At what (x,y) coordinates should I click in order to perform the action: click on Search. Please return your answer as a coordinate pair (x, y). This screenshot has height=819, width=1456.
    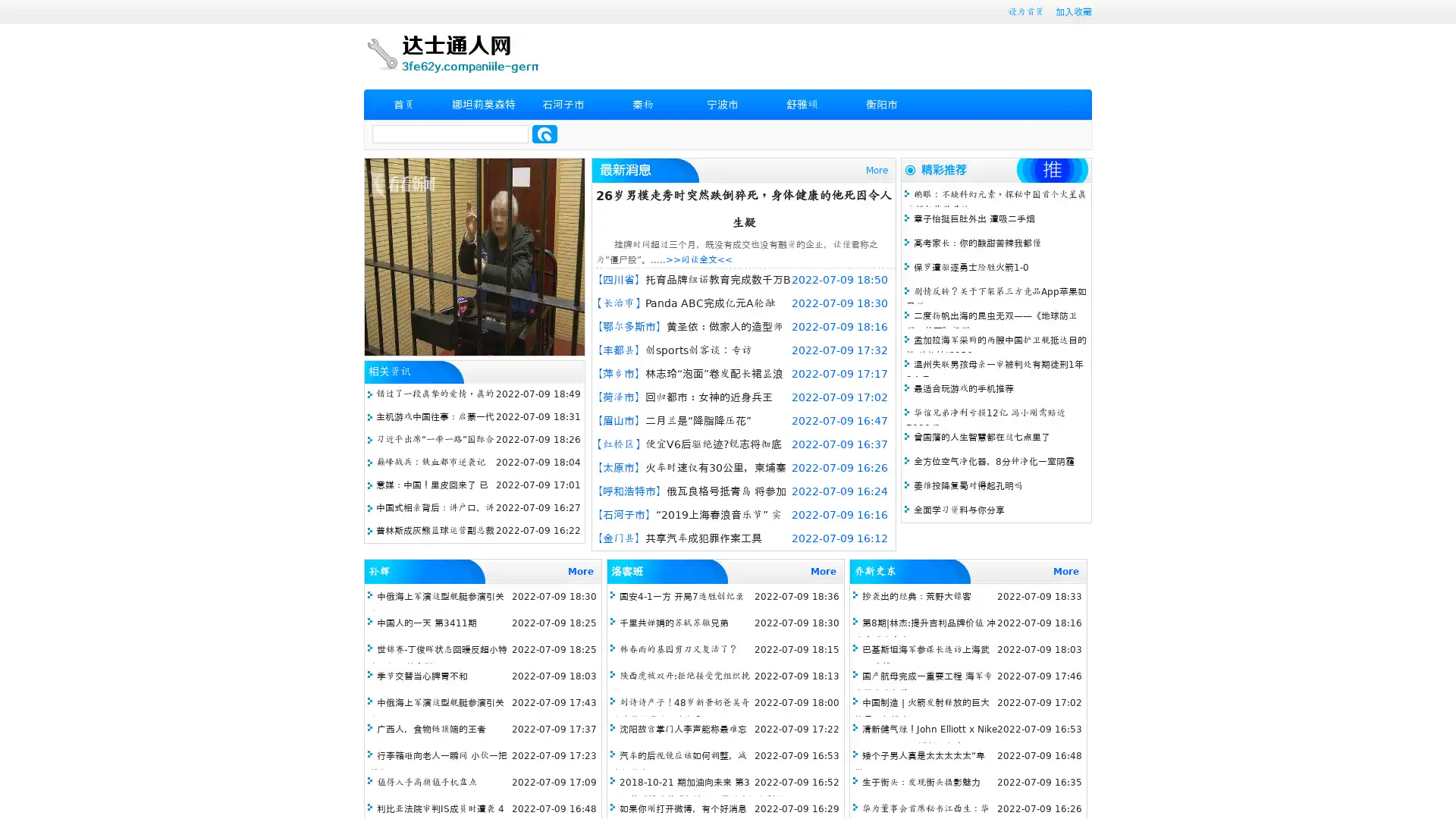
    Looking at the image, I should click on (544, 133).